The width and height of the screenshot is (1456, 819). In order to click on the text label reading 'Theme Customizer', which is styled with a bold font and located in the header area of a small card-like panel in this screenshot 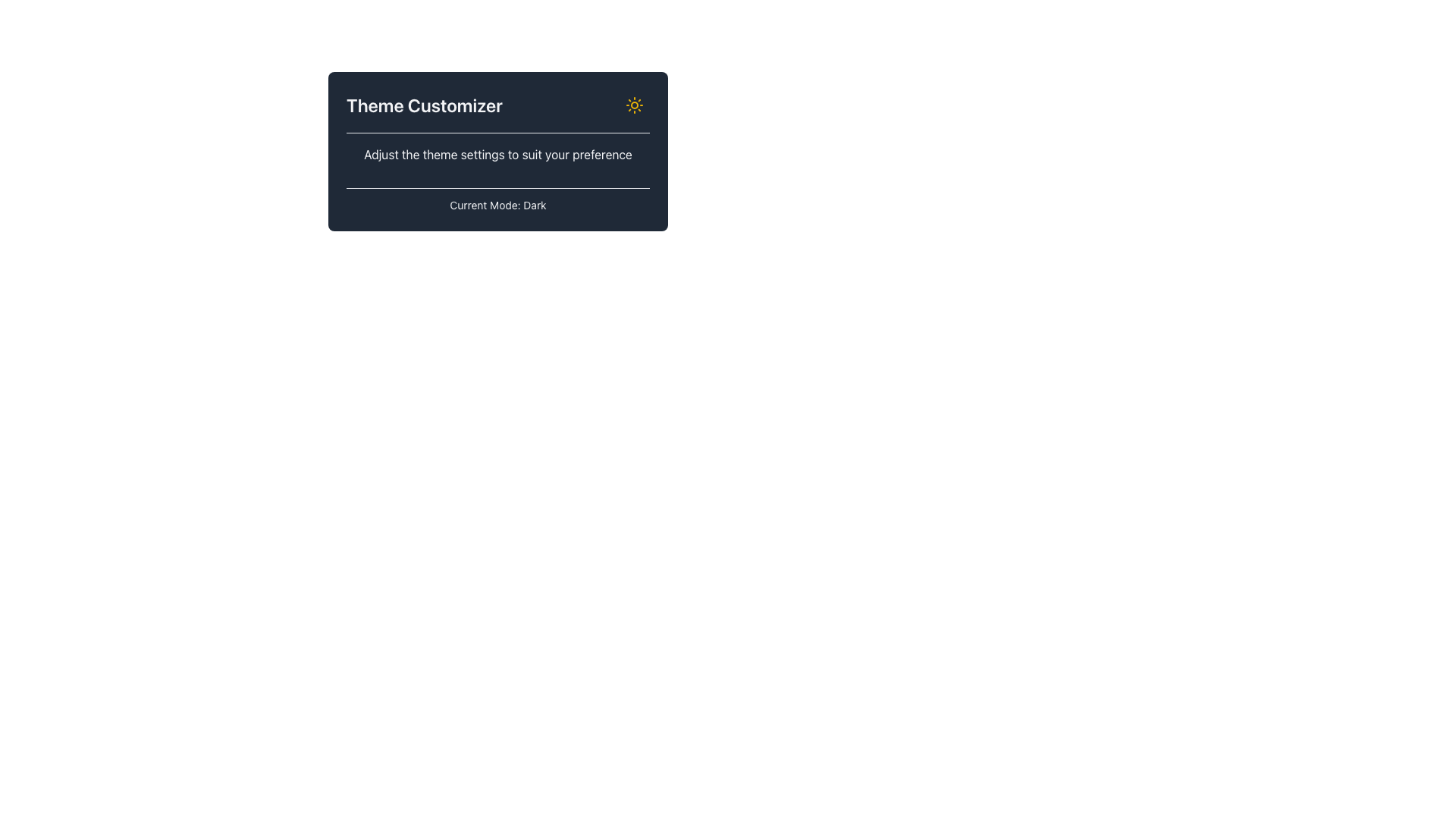, I will do `click(425, 104)`.